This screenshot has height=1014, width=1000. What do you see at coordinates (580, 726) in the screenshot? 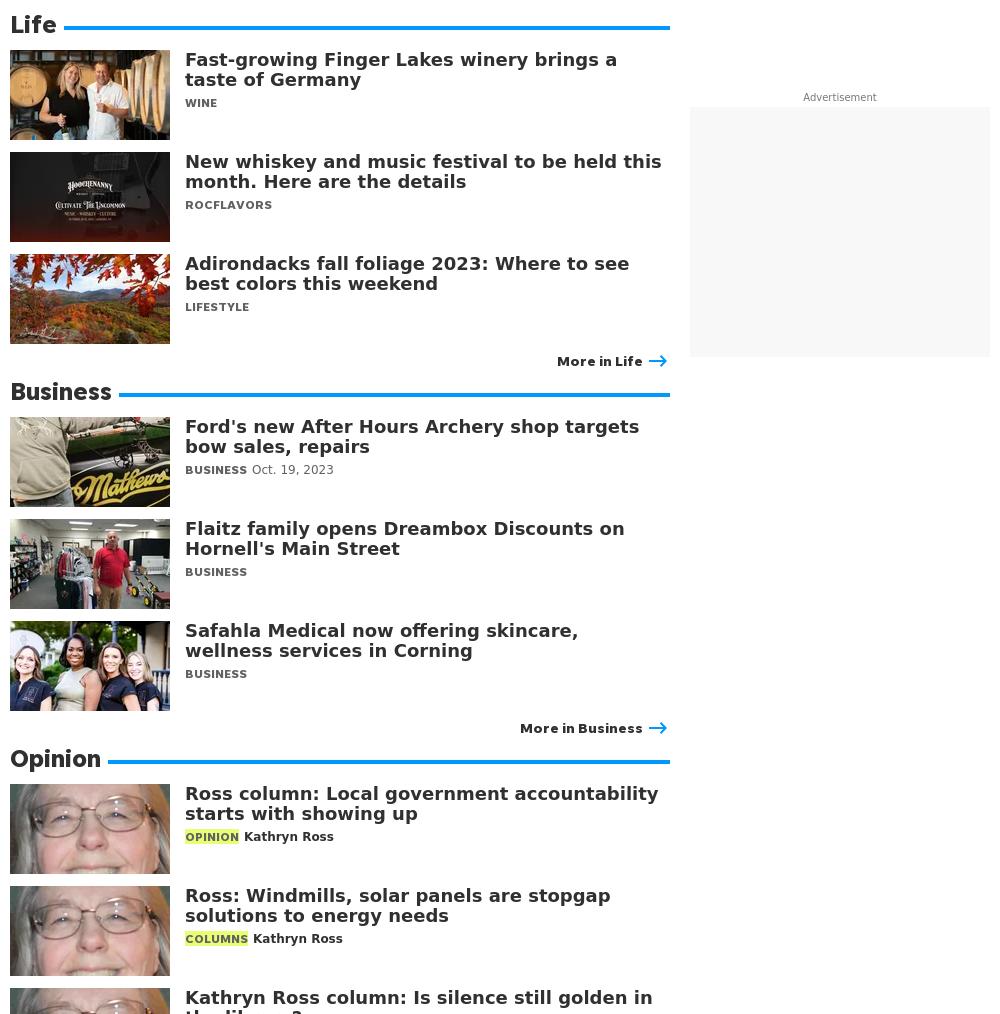
I see `'More in Business'` at bounding box center [580, 726].